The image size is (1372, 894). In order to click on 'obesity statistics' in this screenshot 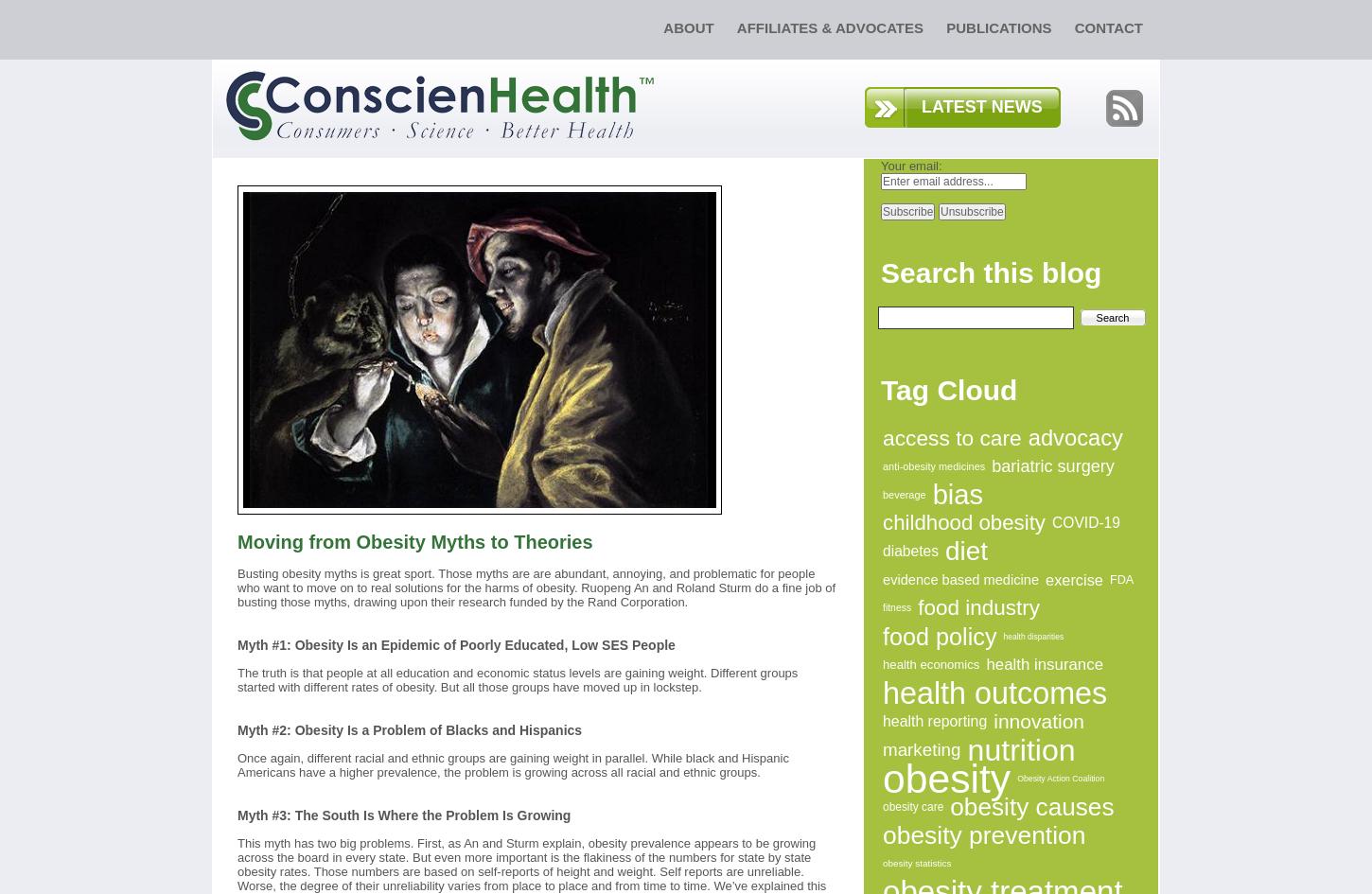, I will do `click(917, 862)`.